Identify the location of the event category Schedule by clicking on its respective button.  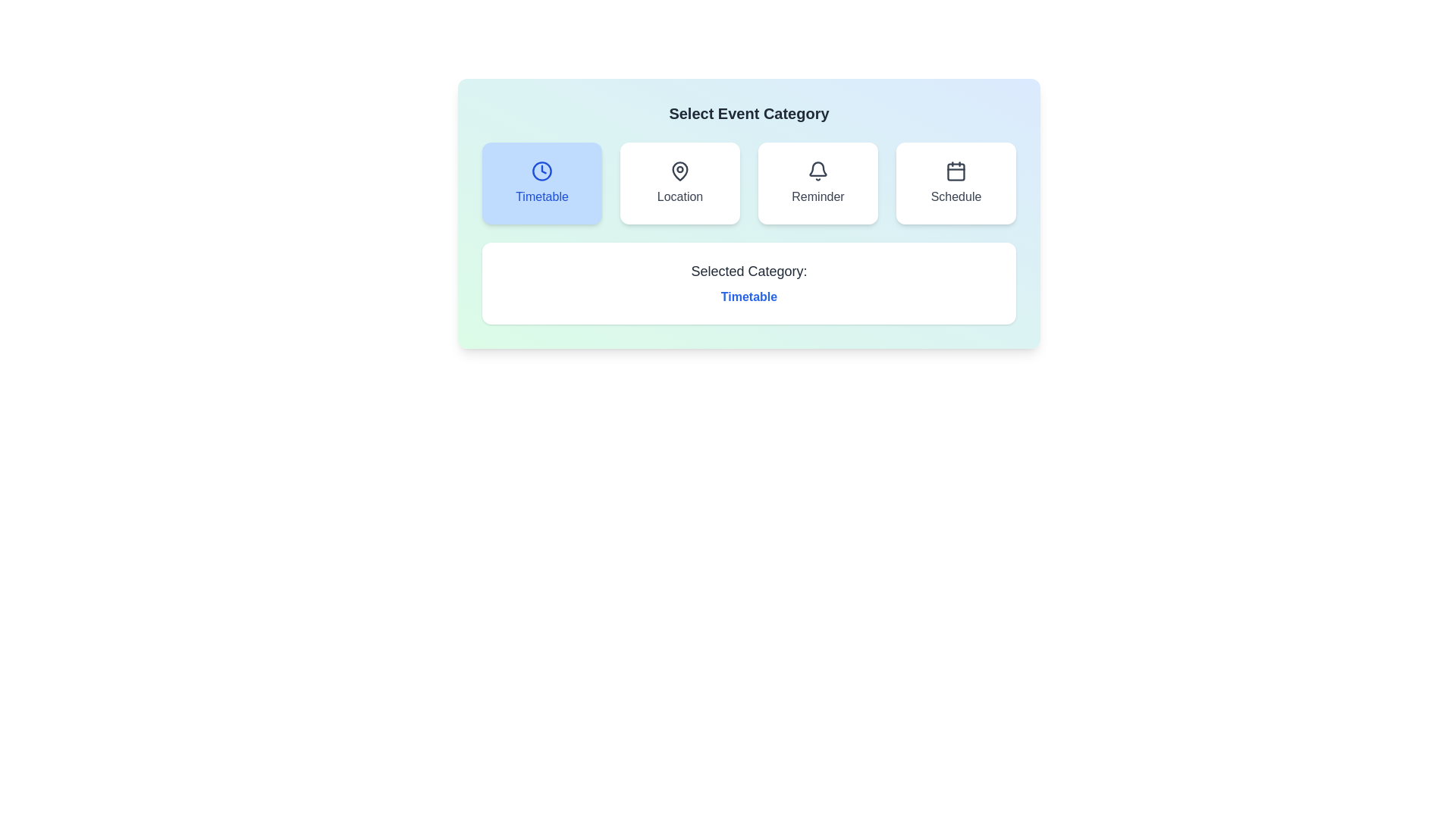
(955, 183).